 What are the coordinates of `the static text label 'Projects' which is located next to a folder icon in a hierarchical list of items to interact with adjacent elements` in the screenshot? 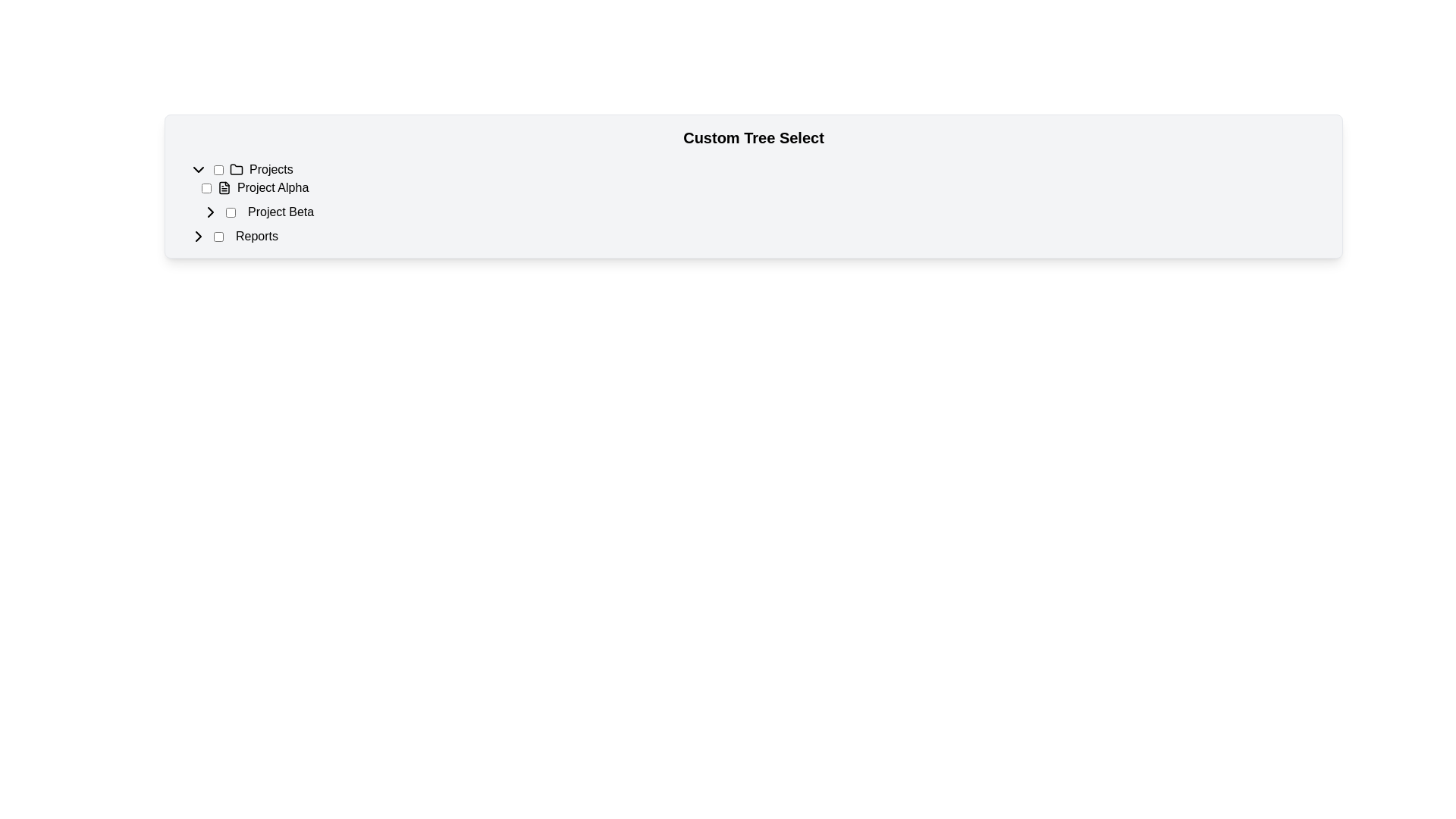 It's located at (271, 169).